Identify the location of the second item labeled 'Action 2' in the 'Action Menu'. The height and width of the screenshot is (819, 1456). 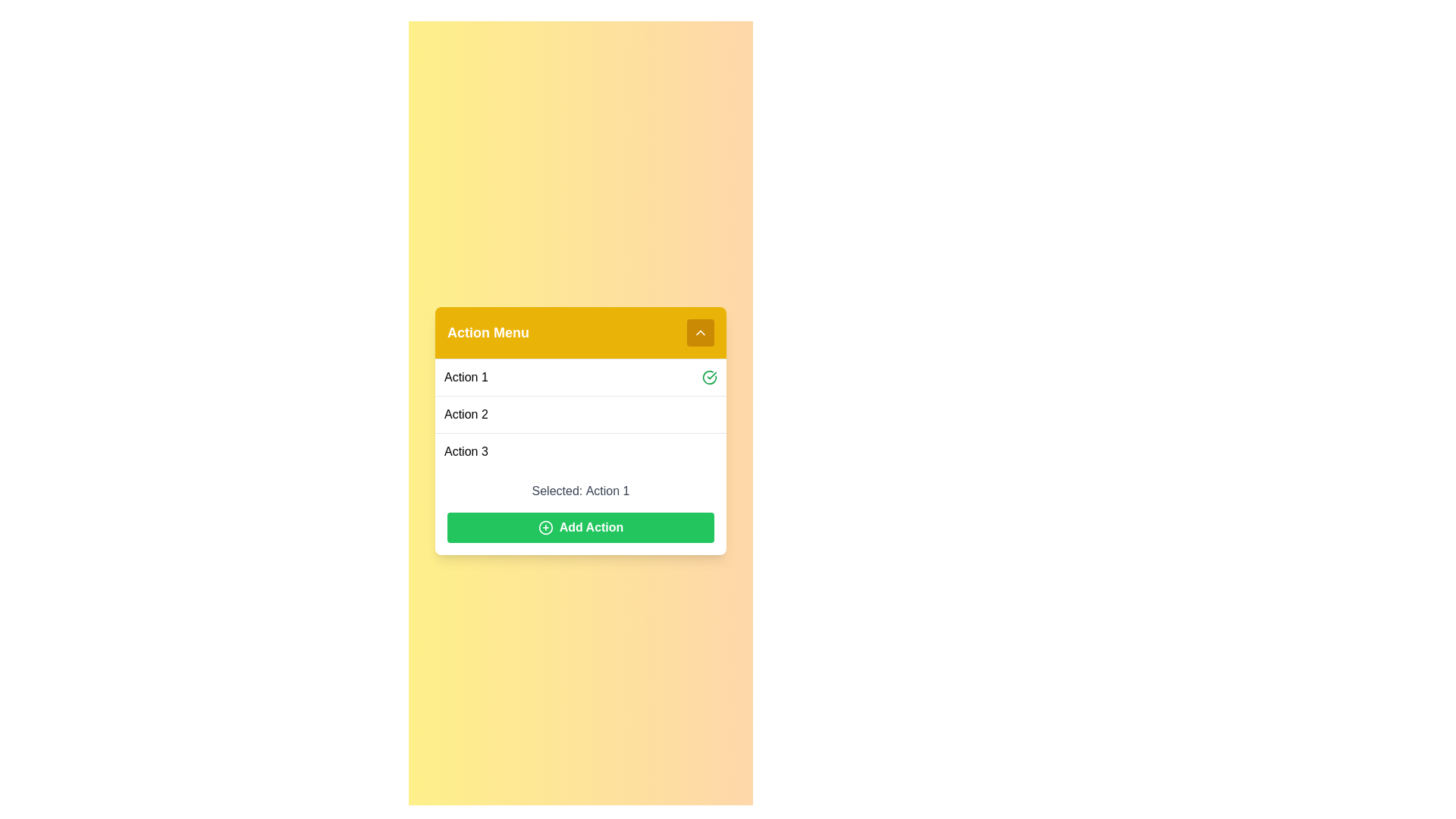
(580, 414).